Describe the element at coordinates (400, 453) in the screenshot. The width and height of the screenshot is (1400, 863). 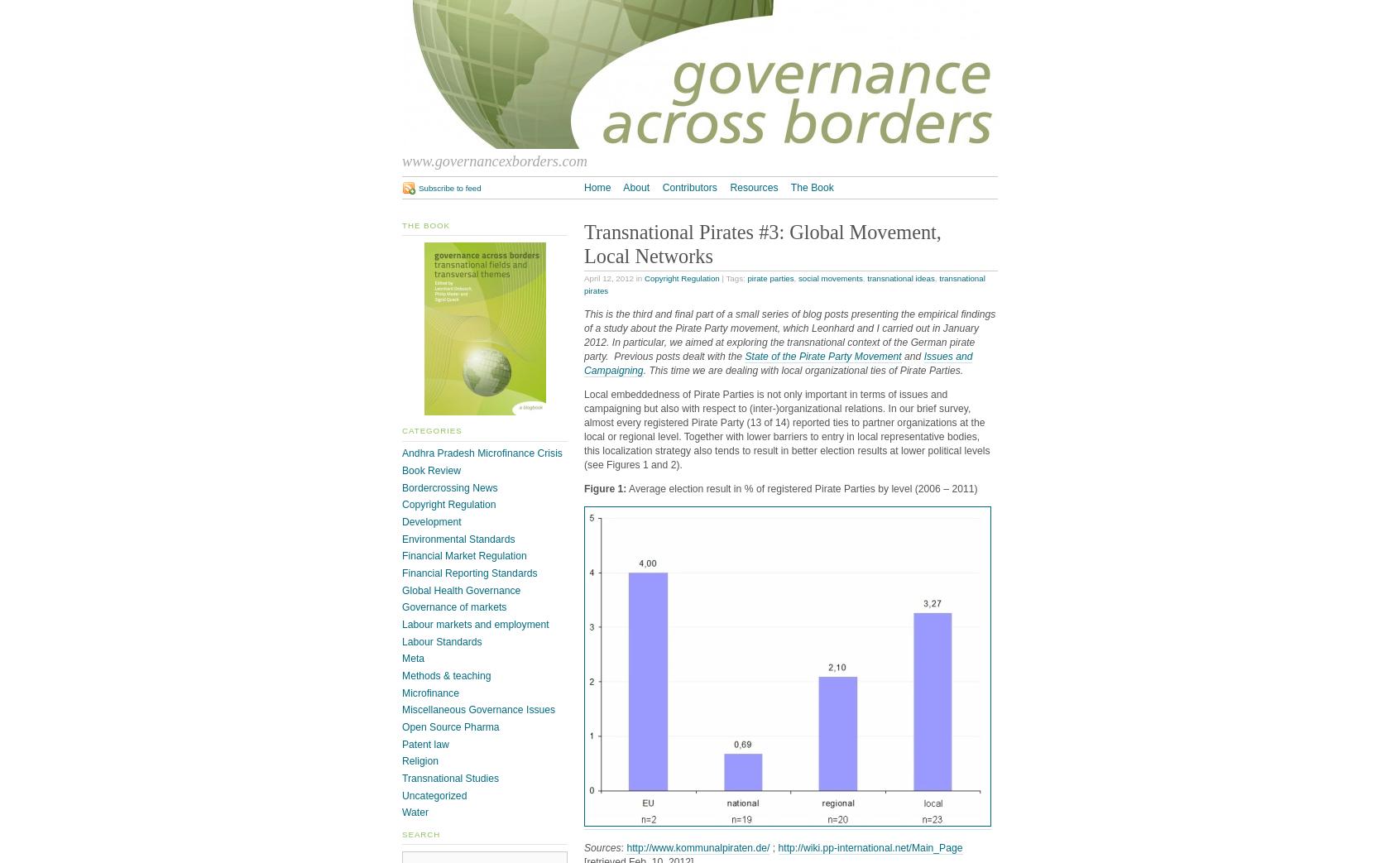
I see `'Andhra Pradesh Microfinance Crisis'` at that location.